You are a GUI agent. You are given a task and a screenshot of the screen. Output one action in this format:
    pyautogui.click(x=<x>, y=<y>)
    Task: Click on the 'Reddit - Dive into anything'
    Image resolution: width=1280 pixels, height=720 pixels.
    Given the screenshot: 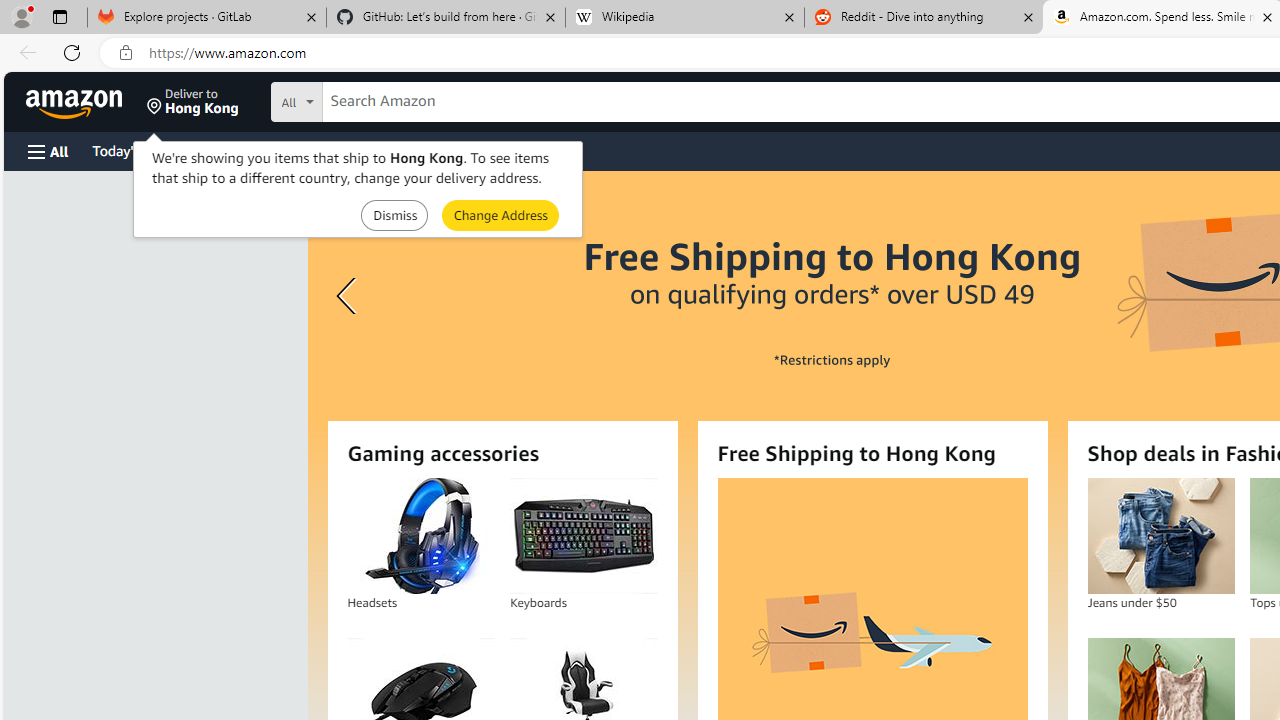 What is the action you would take?
    pyautogui.click(x=923, y=17)
    